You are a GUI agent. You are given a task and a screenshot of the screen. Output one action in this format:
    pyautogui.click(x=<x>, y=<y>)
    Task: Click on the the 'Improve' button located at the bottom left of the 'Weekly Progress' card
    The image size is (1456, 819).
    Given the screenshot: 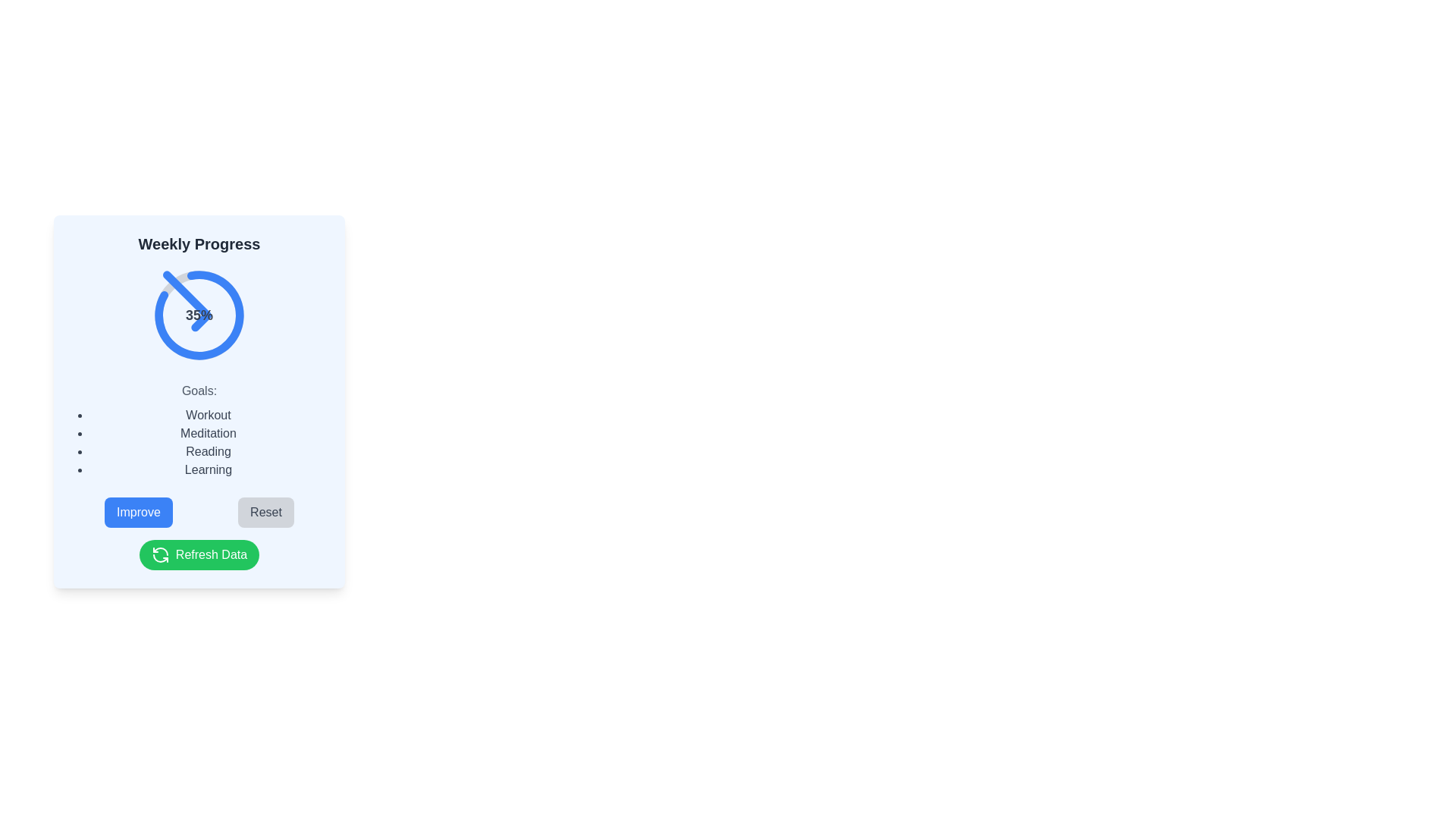 What is the action you would take?
    pyautogui.click(x=138, y=512)
    